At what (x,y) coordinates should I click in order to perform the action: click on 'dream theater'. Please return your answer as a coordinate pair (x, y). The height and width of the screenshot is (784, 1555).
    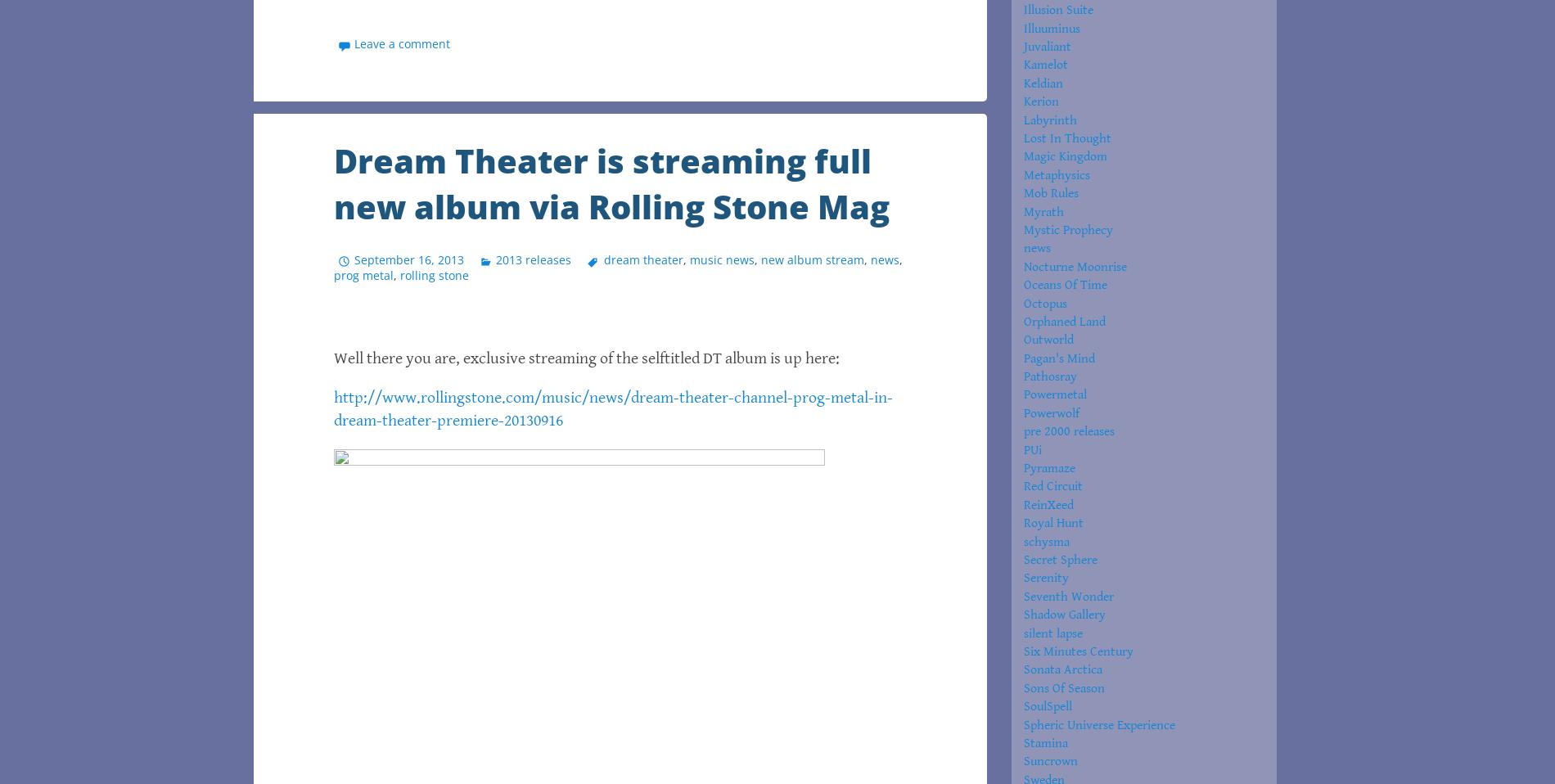
    Looking at the image, I should click on (642, 259).